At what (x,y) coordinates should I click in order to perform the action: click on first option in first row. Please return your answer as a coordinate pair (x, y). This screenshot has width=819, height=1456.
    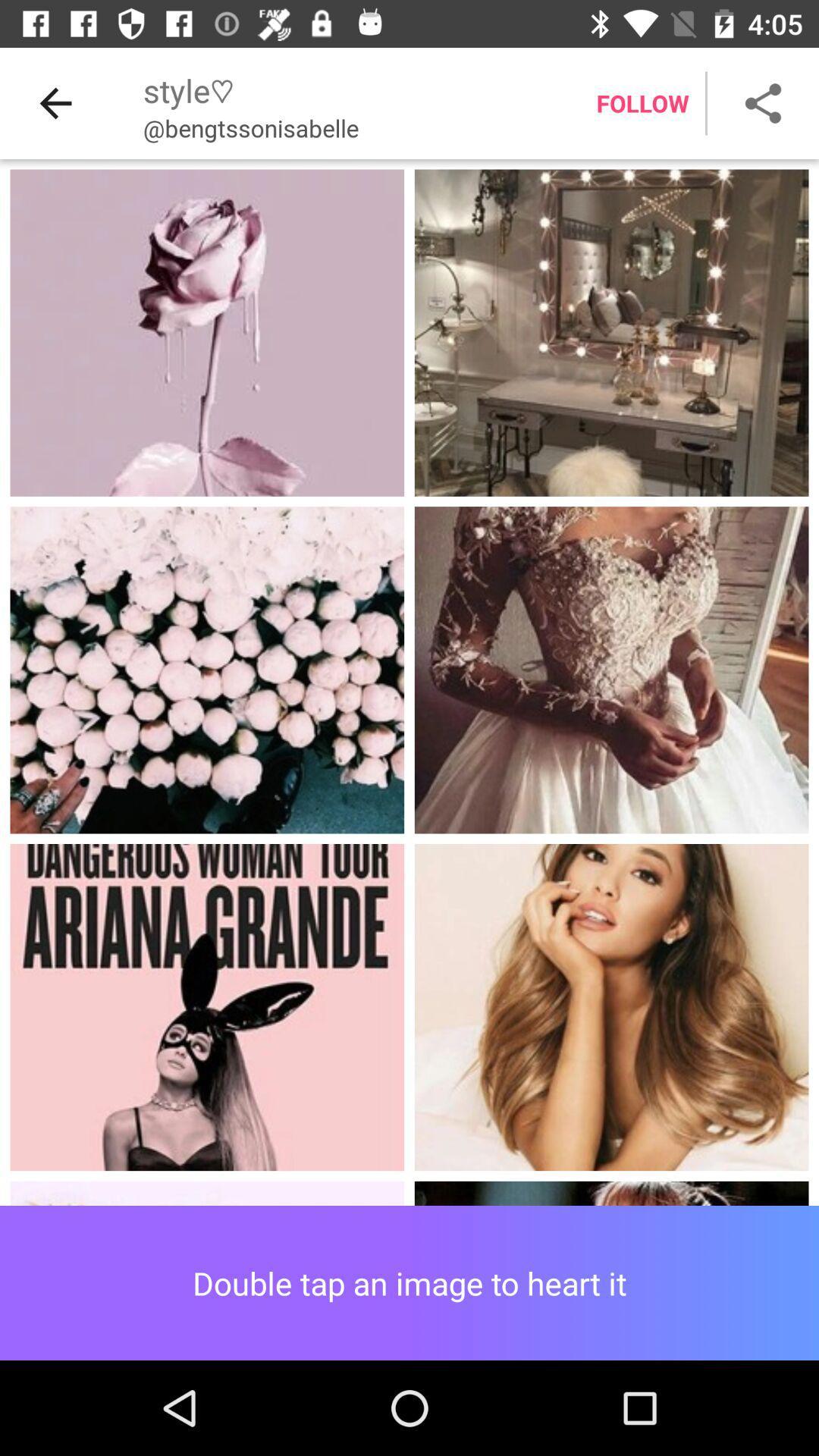
    Looking at the image, I should click on (207, 332).